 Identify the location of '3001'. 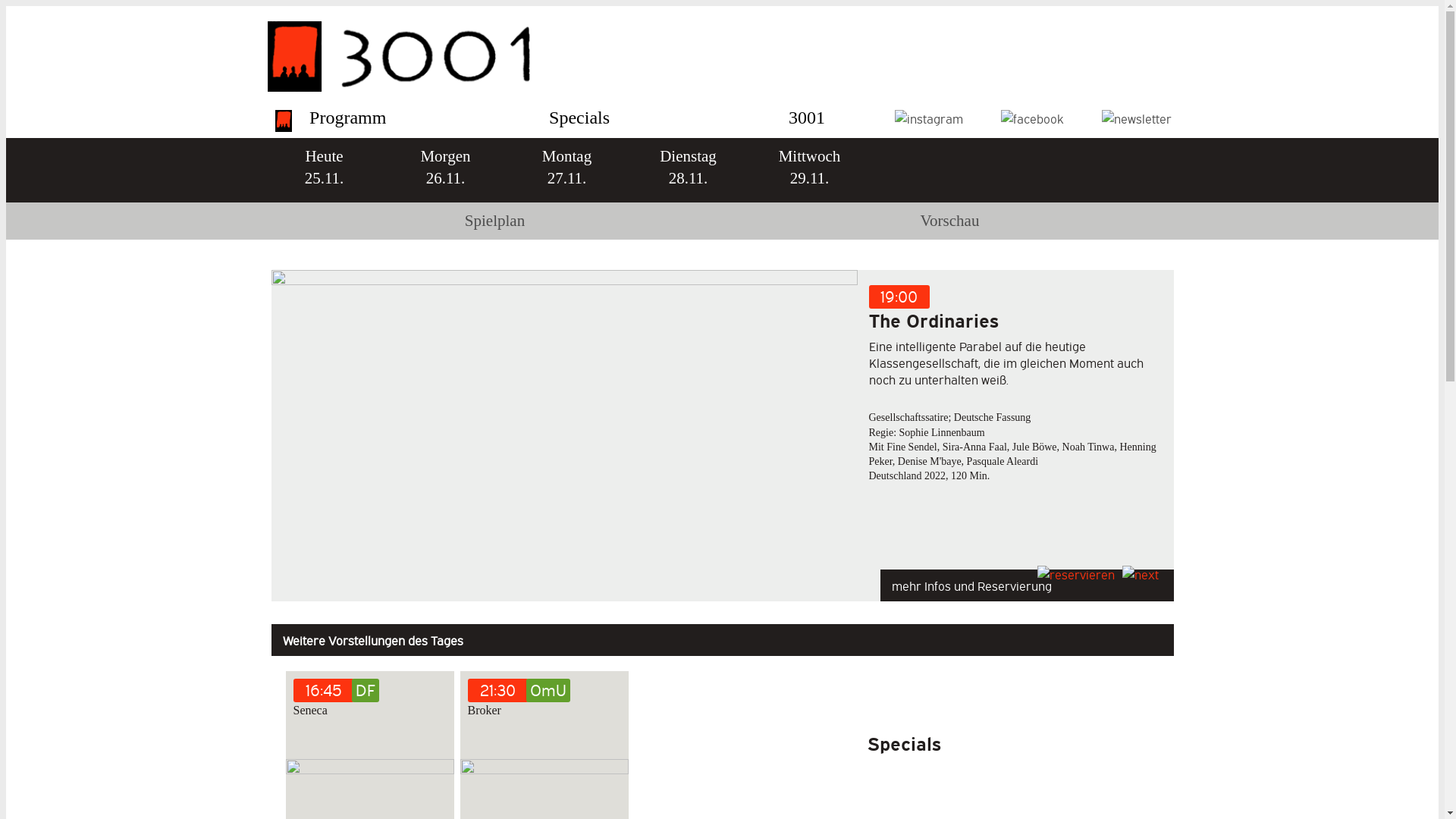
(806, 116).